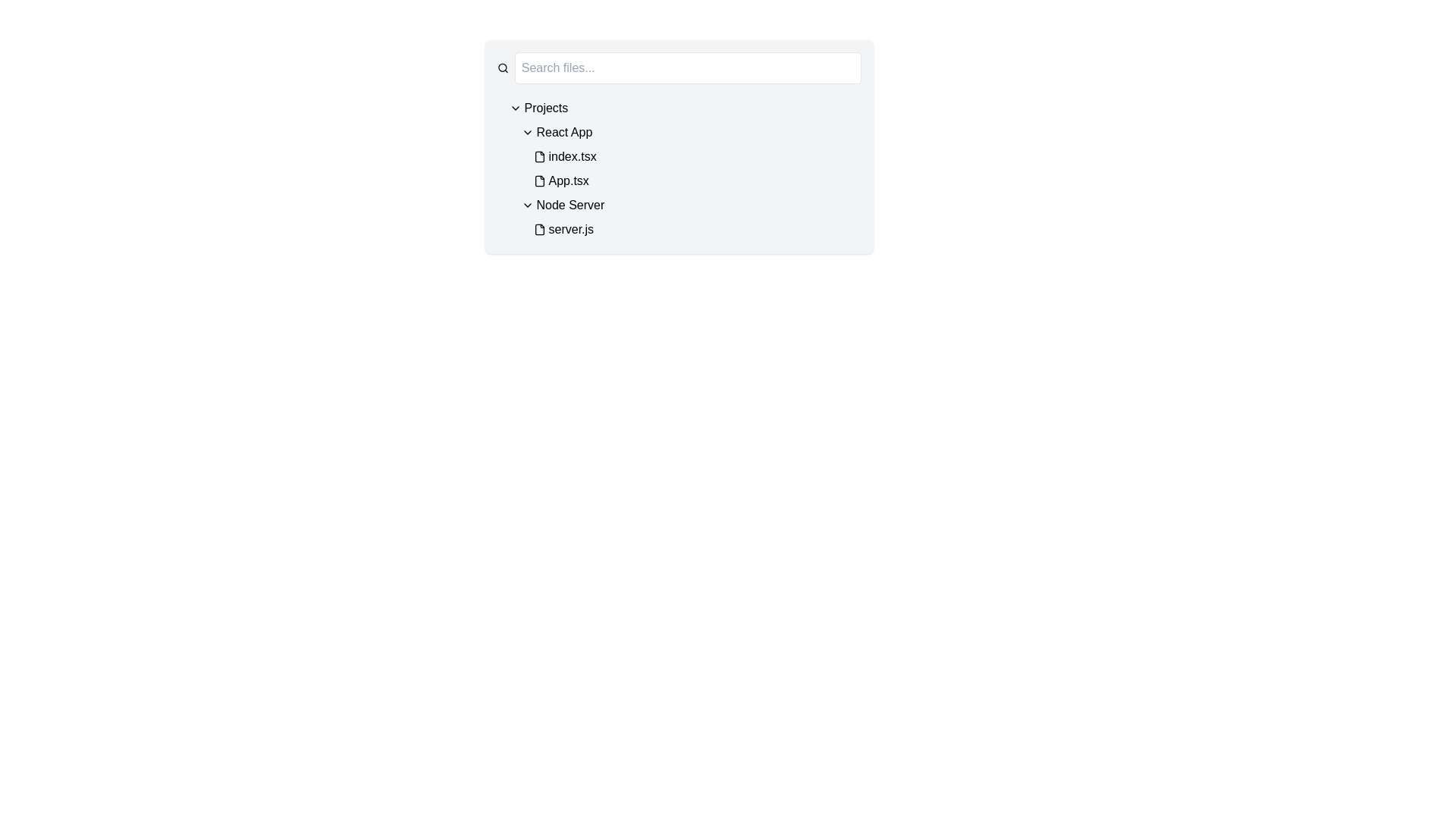 The width and height of the screenshot is (1456, 819). Describe the element at coordinates (696, 230) in the screenshot. I see `the list item representing the file 'server.js' located under the 'Node Server' section` at that location.